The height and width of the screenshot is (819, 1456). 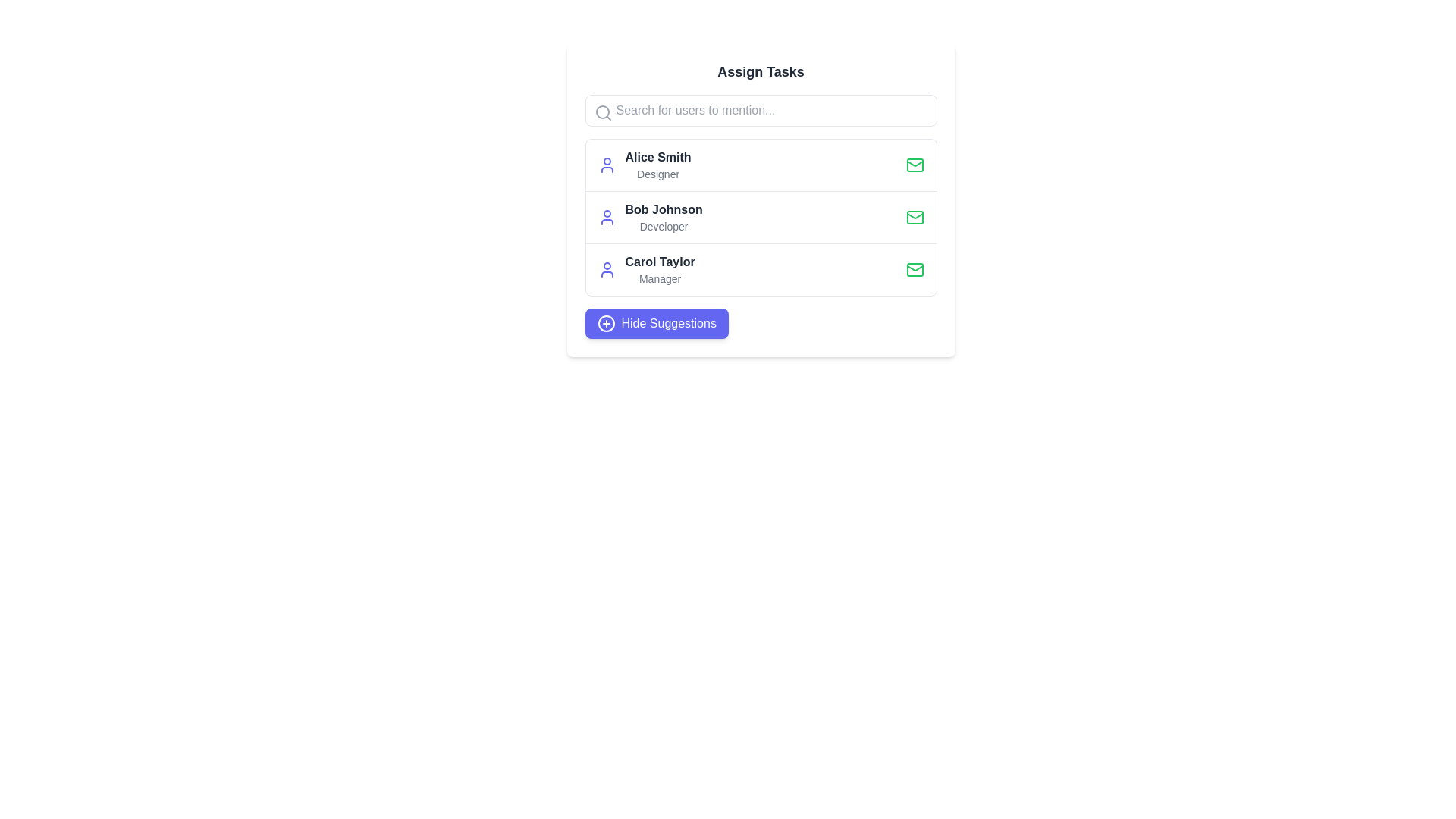 What do you see at coordinates (914, 268) in the screenshot?
I see `the email icon button associated with 'Carol Taylor, Manager' located in the third row of the list` at bounding box center [914, 268].